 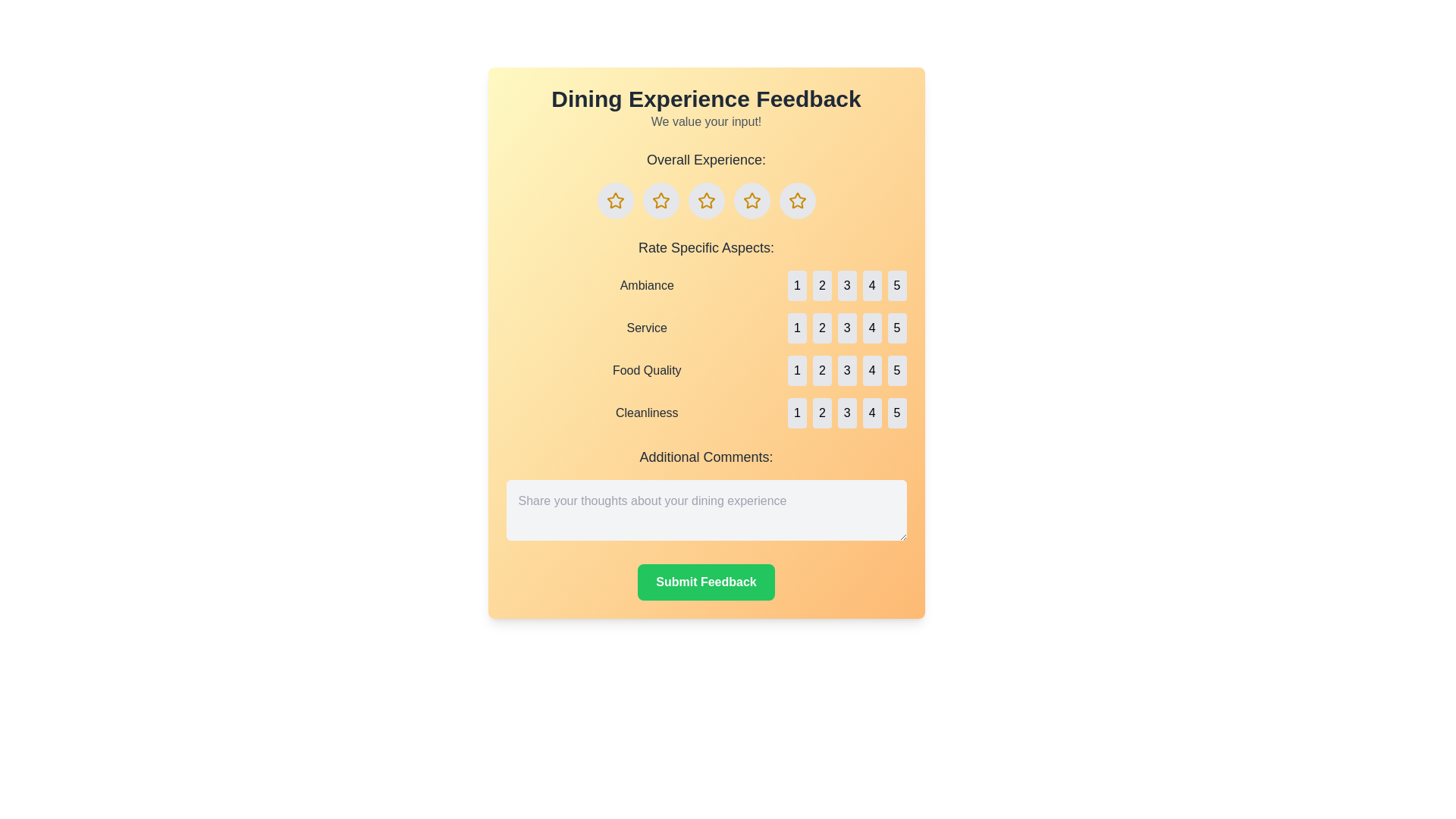 I want to click on the fifth button labeled '5' for the 'Cleanliness' rating, so click(x=897, y=413).